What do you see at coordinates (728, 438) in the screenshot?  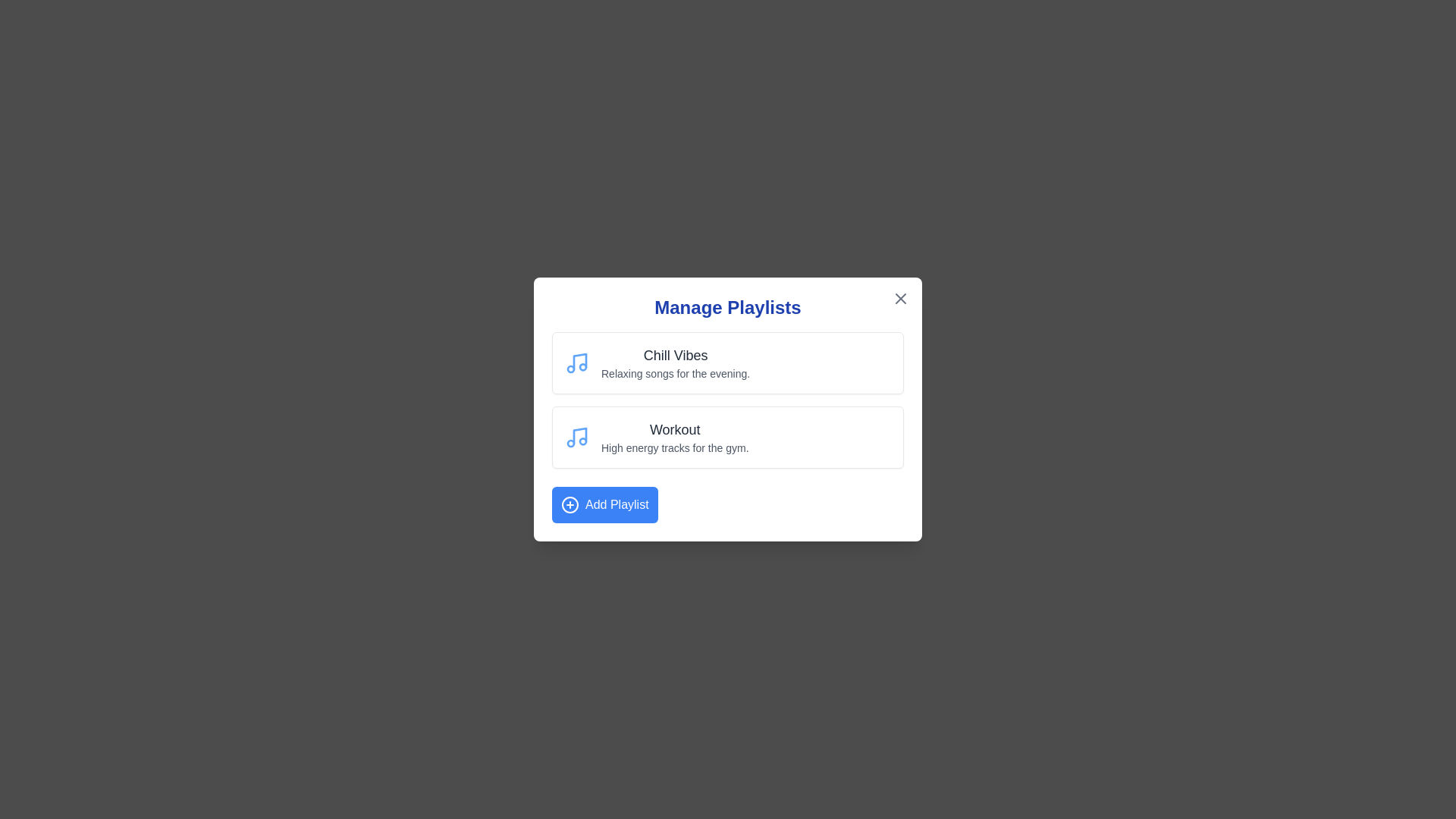 I see `the 'Workout' playlist card located directly beneath the 'Chill Vibes' card in the centered modal under the header 'Manage Playlists'` at bounding box center [728, 438].